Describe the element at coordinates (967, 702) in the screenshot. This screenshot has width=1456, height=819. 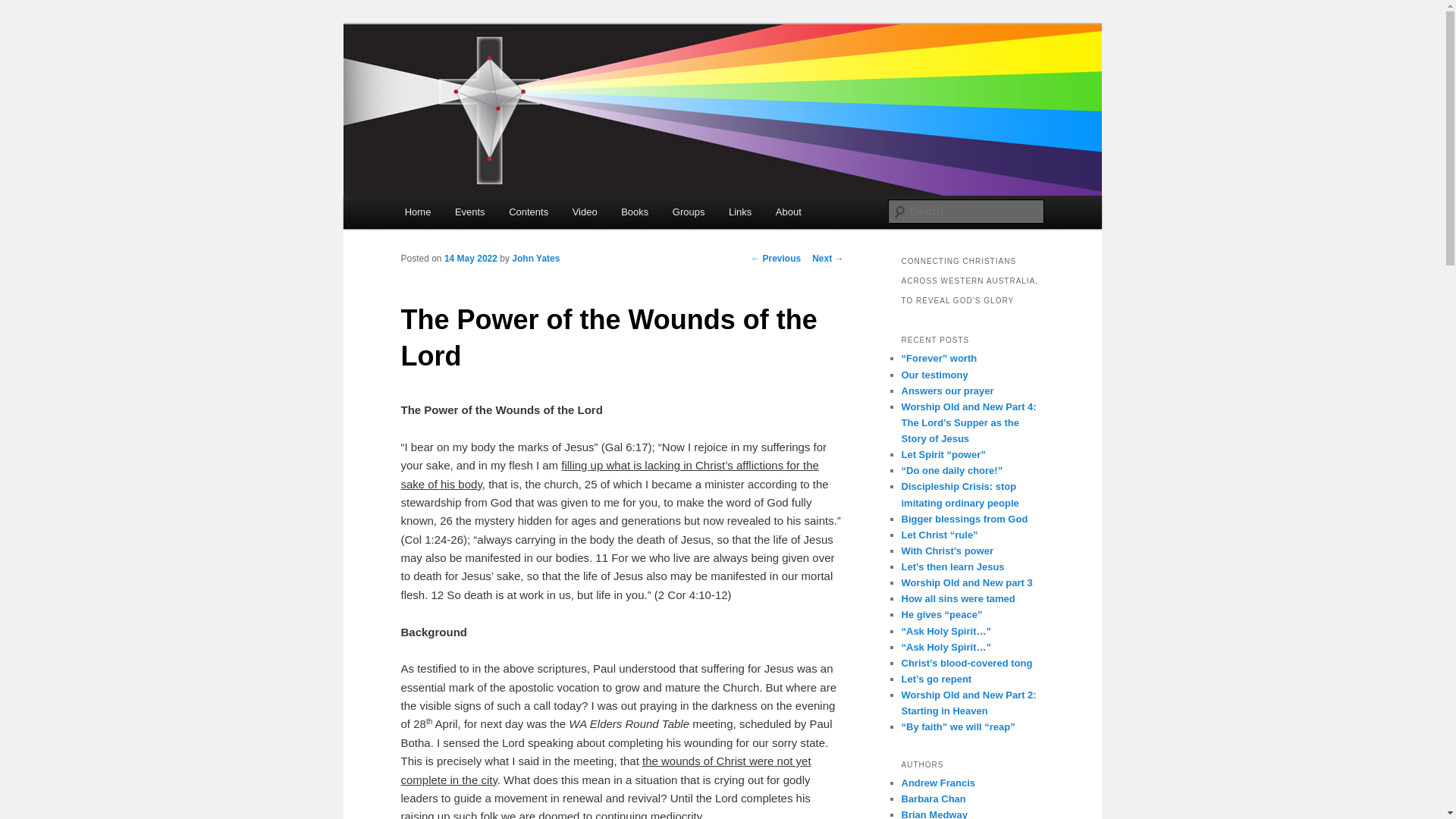
I see `'Worship Old and New Part 2: Starting in Heaven'` at that location.